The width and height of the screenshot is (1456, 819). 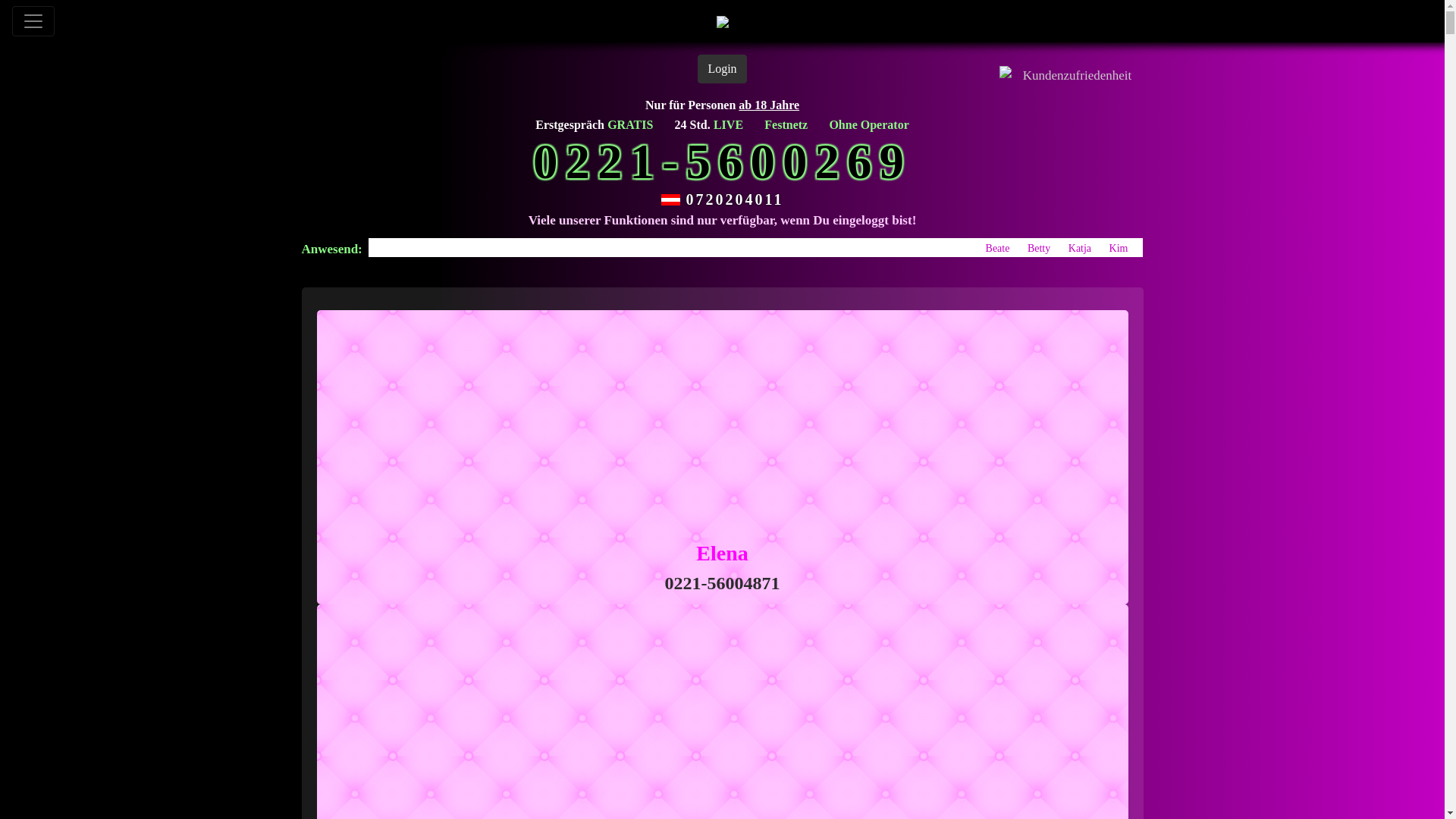 I want to click on 'Kim', so click(x=1119, y=247).